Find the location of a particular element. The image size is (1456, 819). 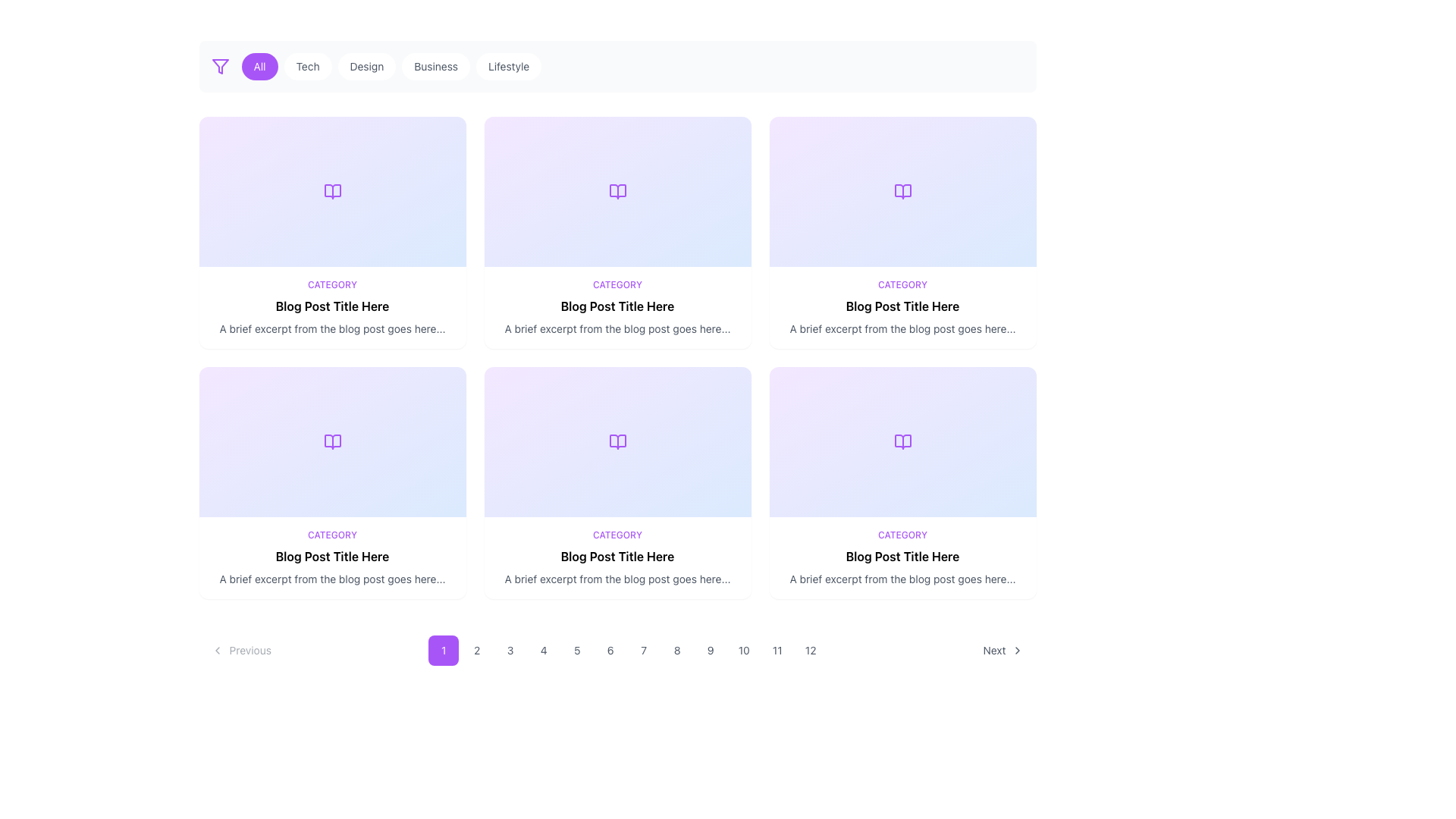

the minimalist purple funnel icon located at the far left of the filter options row to trigger a tooltip or visual feedback is located at coordinates (219, 66).